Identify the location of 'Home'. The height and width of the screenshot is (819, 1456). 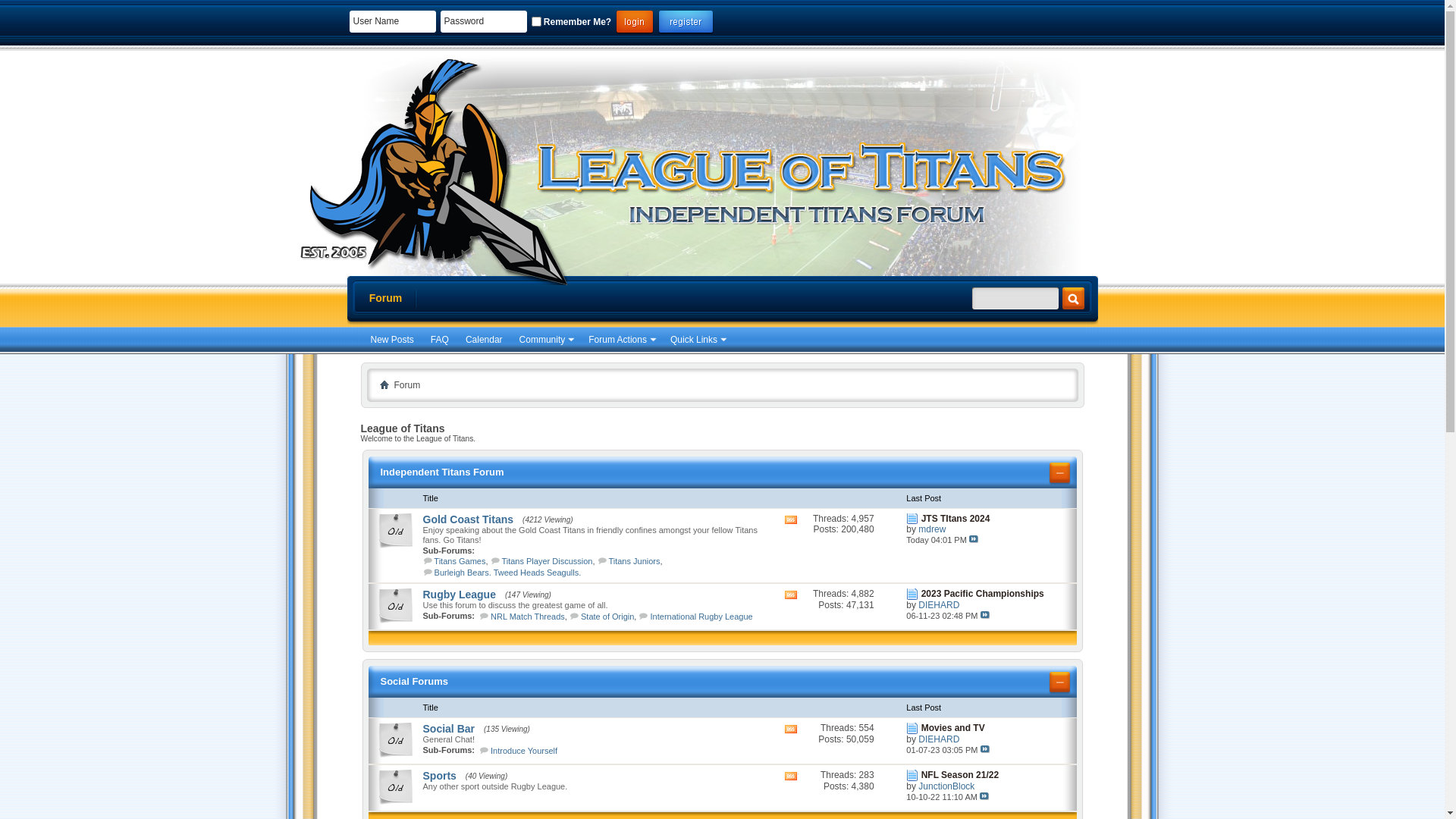
(378, 383).